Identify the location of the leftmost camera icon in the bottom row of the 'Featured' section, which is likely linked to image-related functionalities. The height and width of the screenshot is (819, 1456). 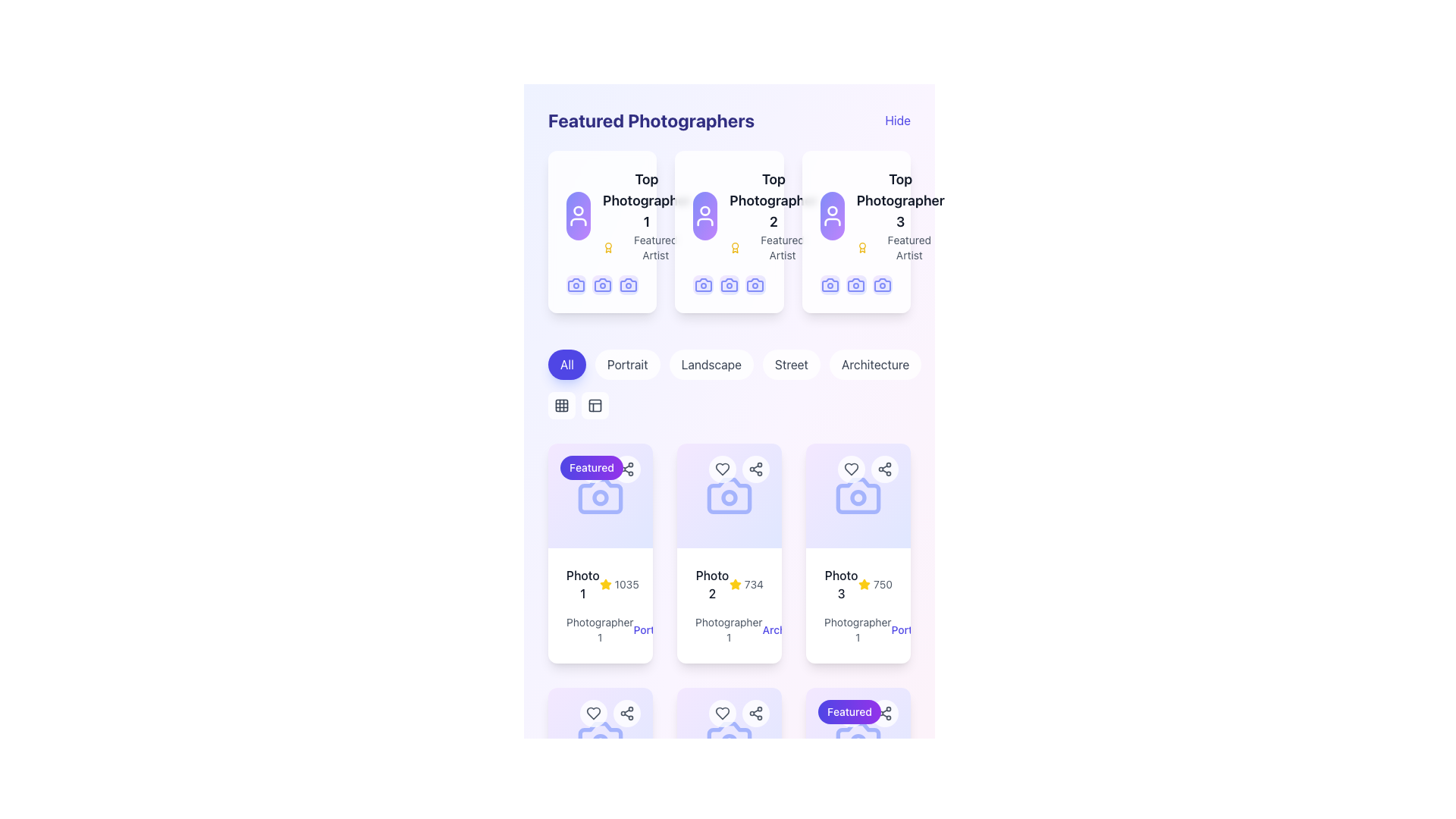
(600, 496).